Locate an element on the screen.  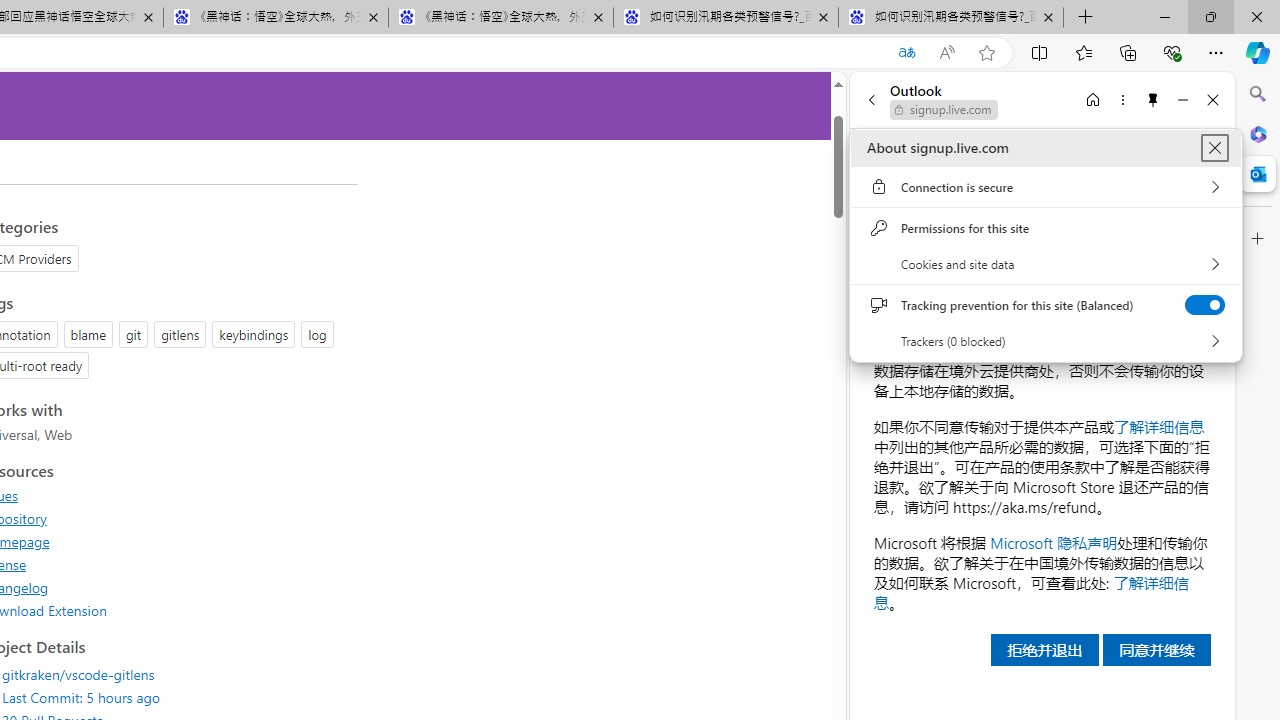
'Permissions for this site' is located at coordinates (1045, 227).